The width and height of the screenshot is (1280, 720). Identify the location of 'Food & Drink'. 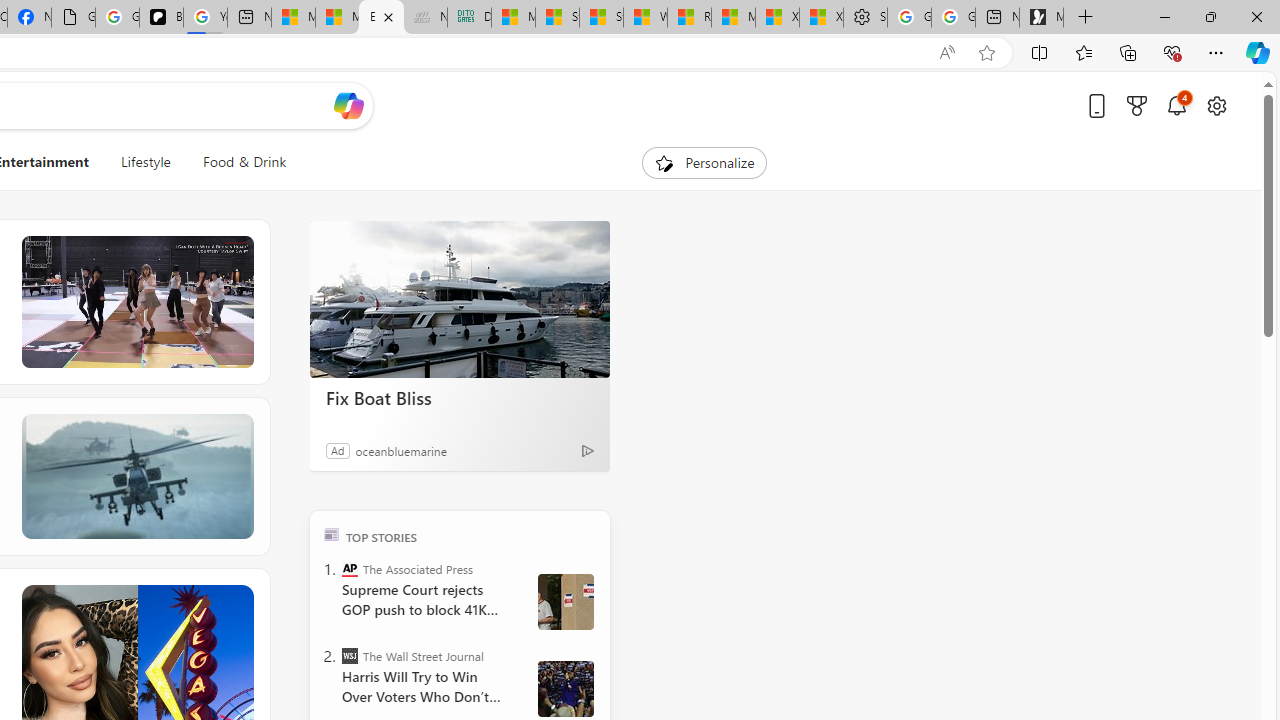
(236, 162).